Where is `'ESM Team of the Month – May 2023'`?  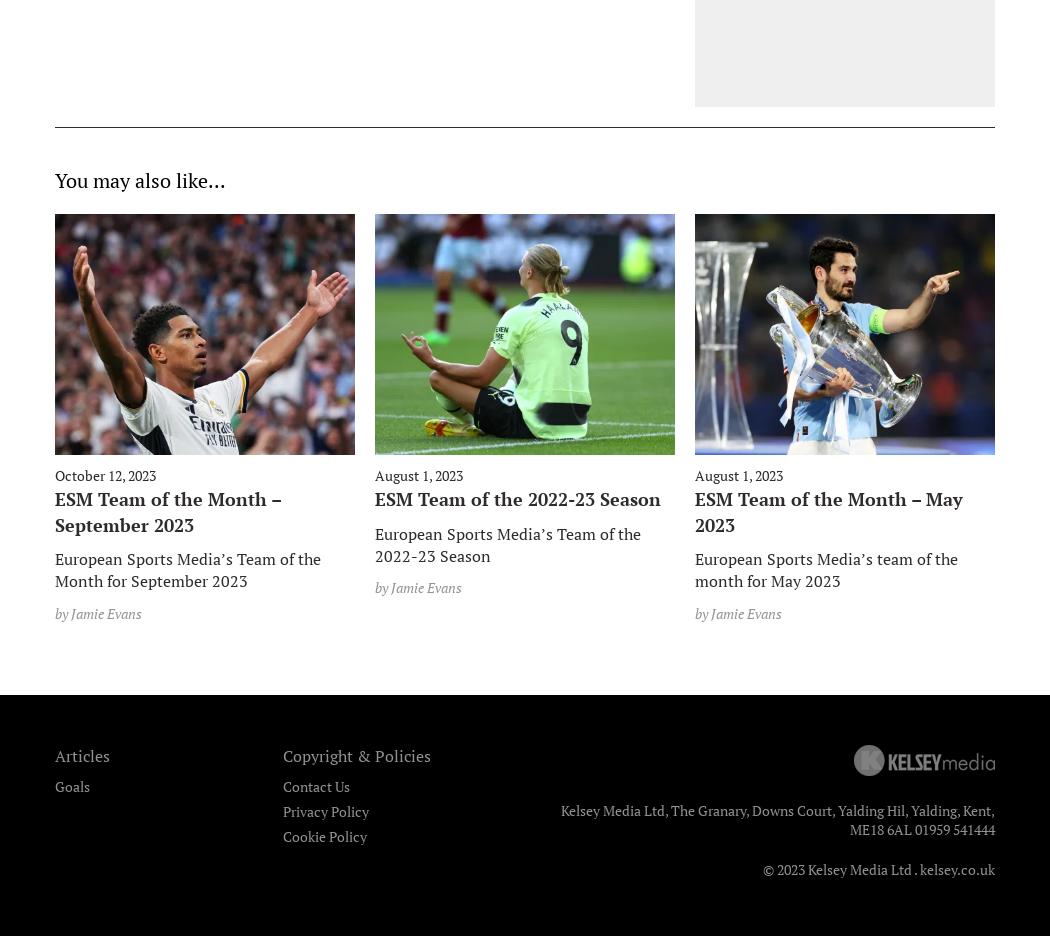 'ESM Team of the Month – May 2023' is located at coordinates (828, 511).